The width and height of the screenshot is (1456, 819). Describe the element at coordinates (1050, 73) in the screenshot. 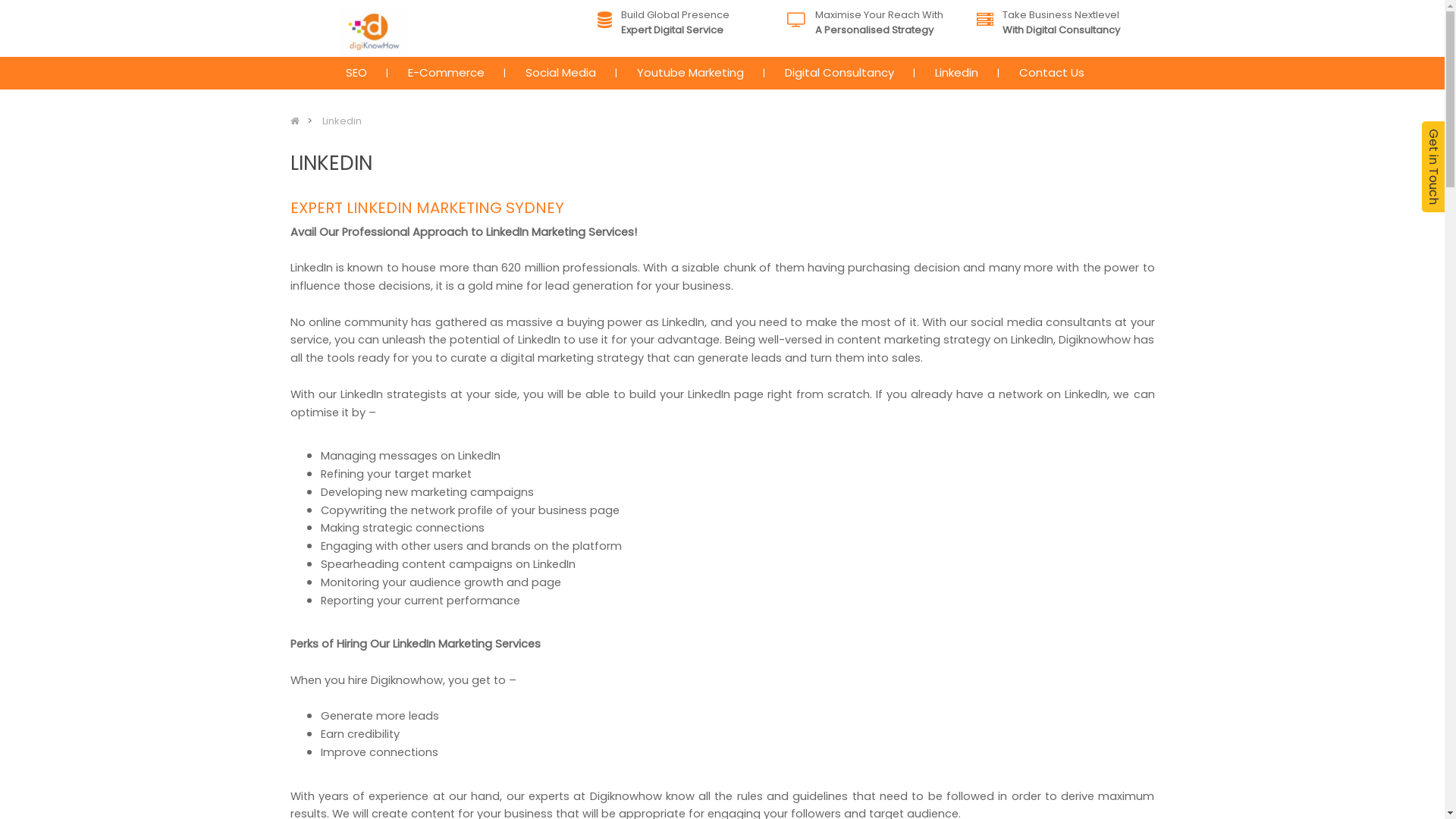

I see `'Contact Us'` at that location.